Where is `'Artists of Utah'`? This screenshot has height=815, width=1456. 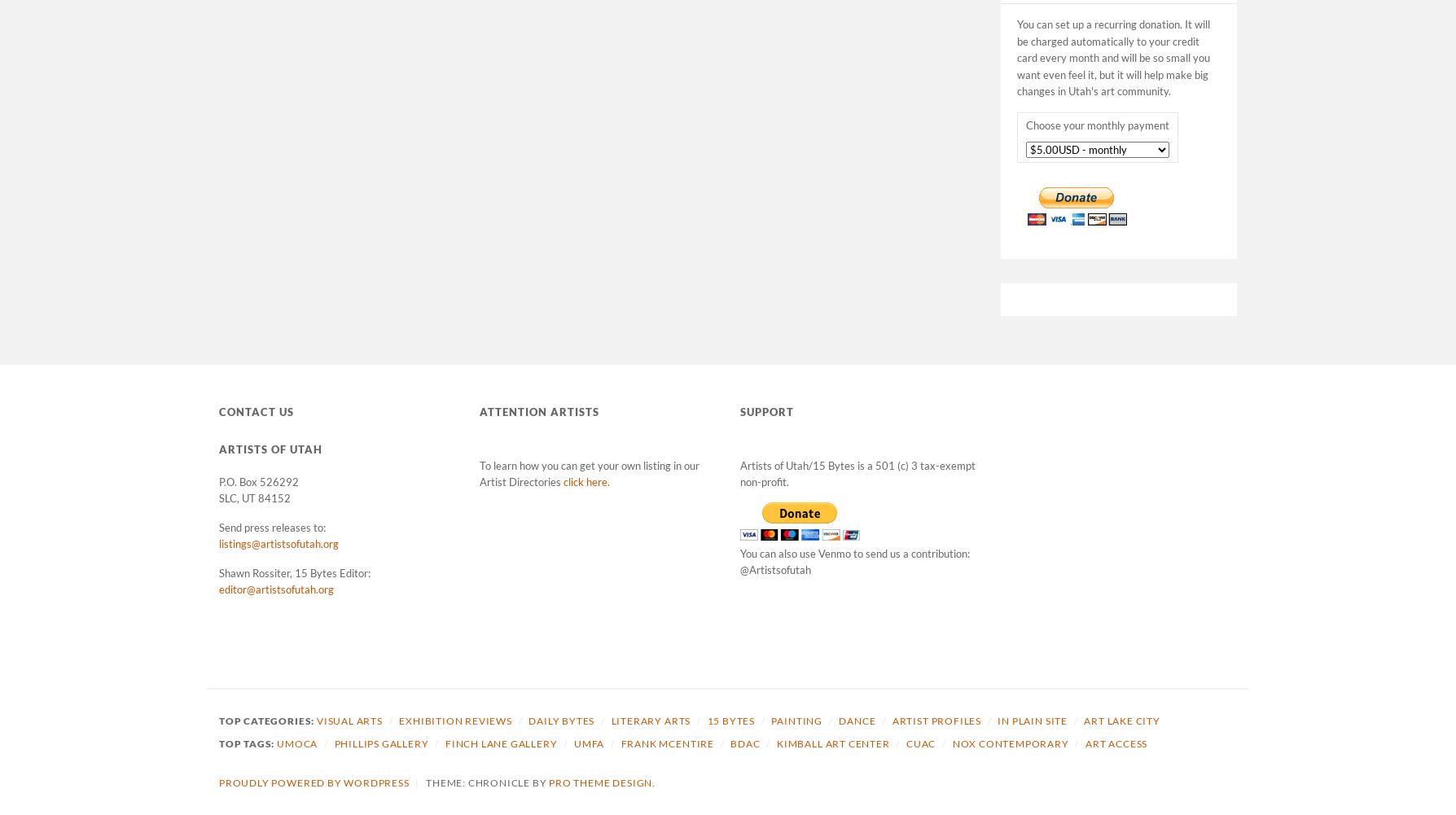
'Artists of Utah' is located at coordinates (270, 447).